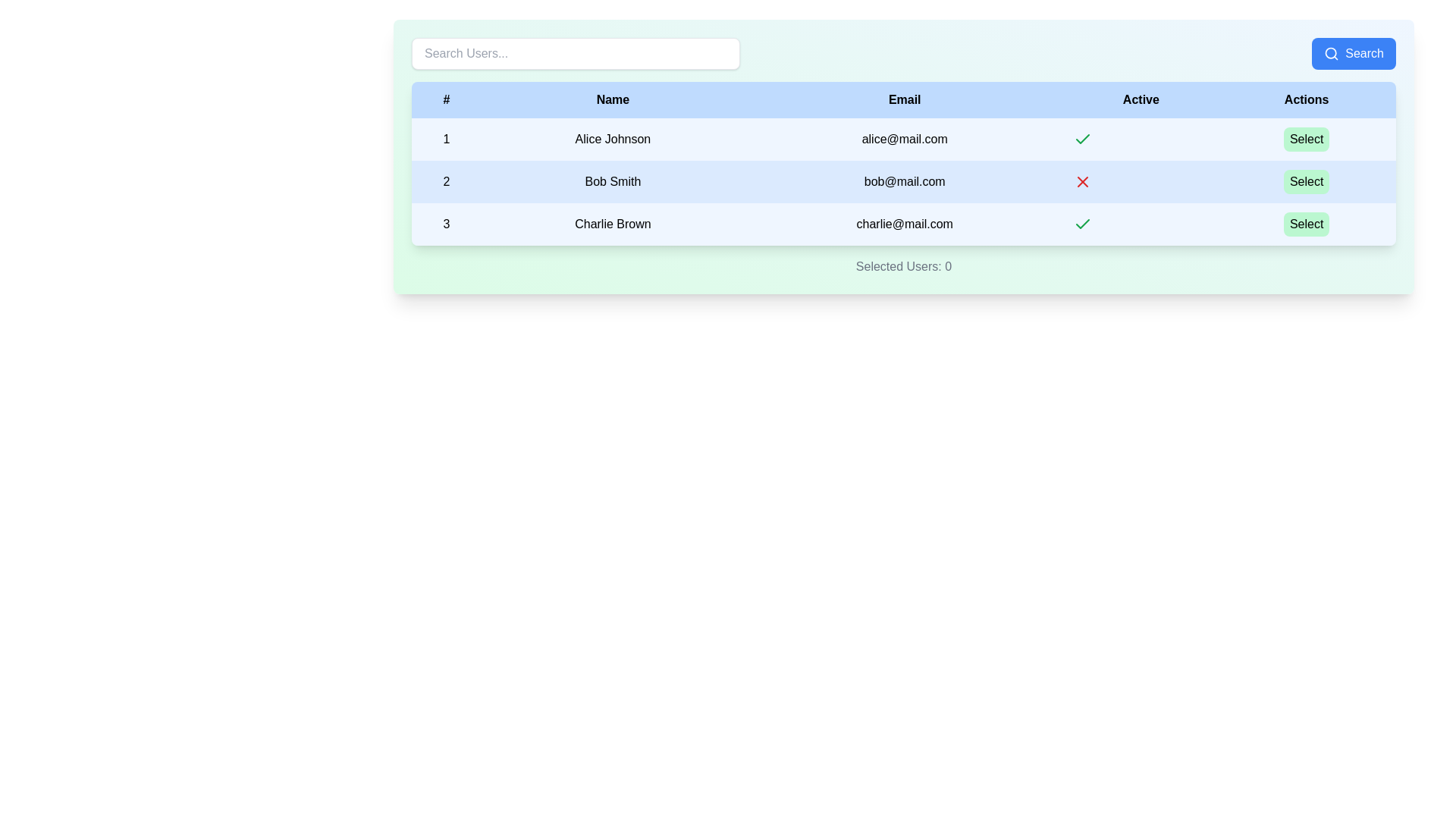  I want to click on the red cross icon associated with 'Bob Smith' in the 'Active' column of the second row, so click(1082, 180).